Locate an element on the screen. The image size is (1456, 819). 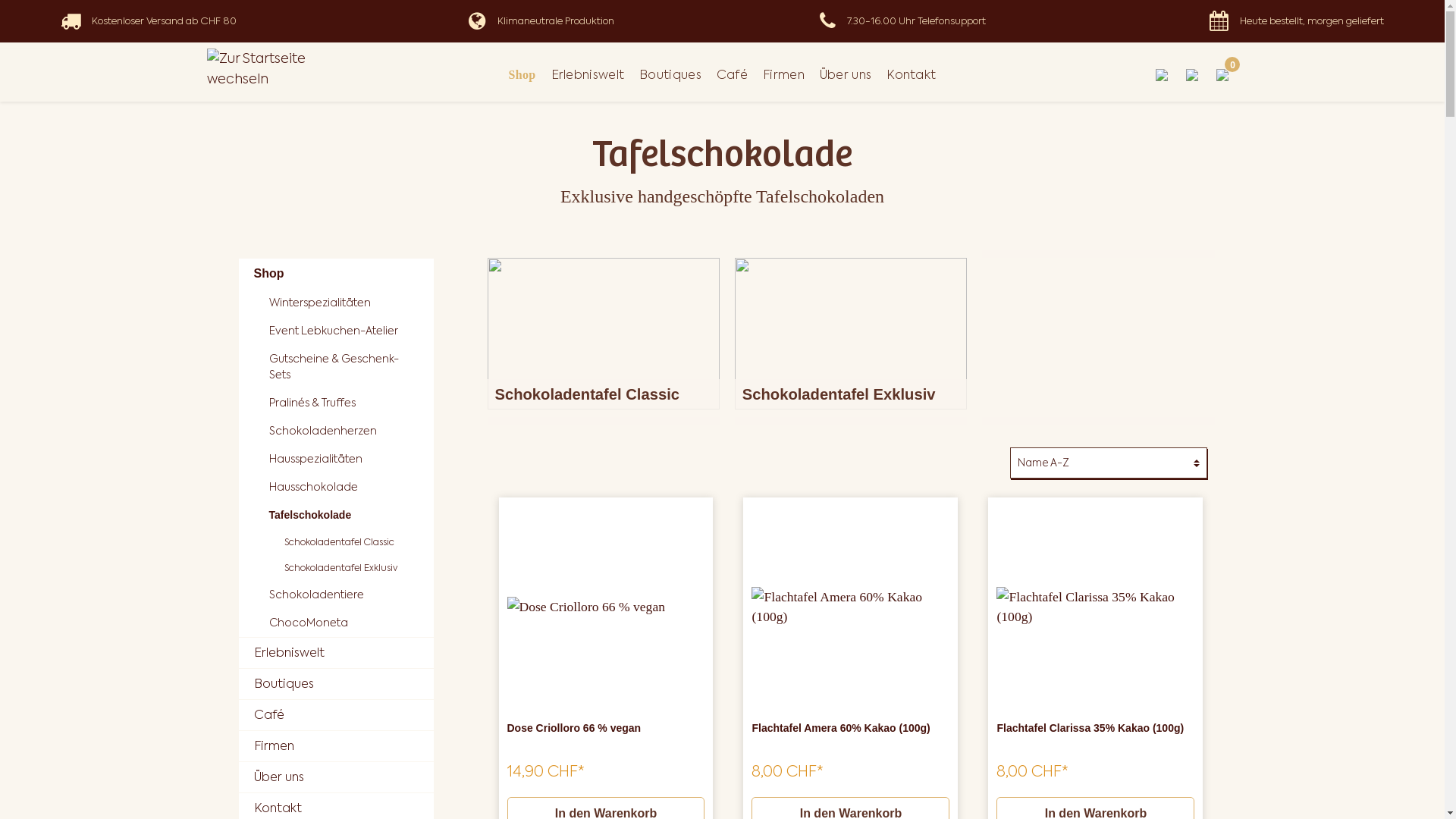
'Firmen' is located at coordinates (334, 745).